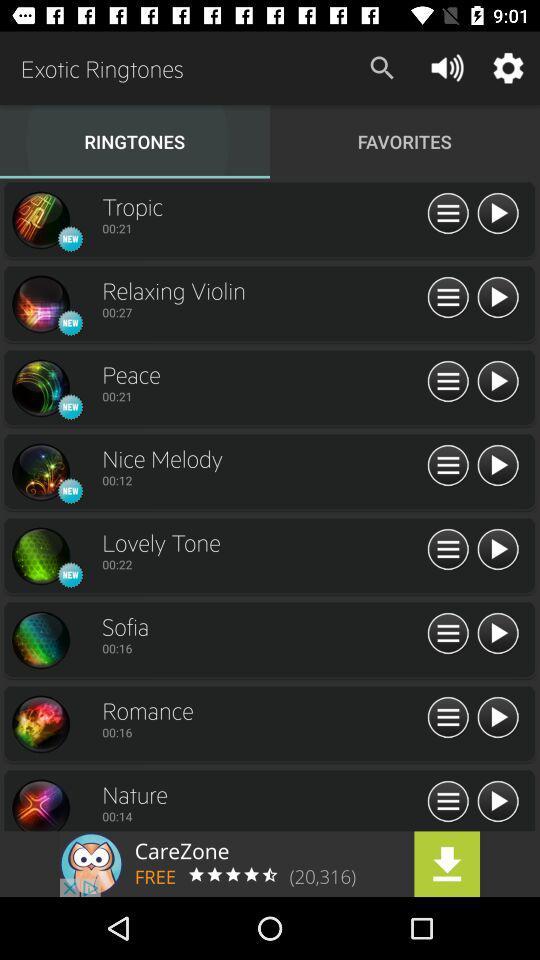  I want to click on the track titled tropic, so click(496, 214).